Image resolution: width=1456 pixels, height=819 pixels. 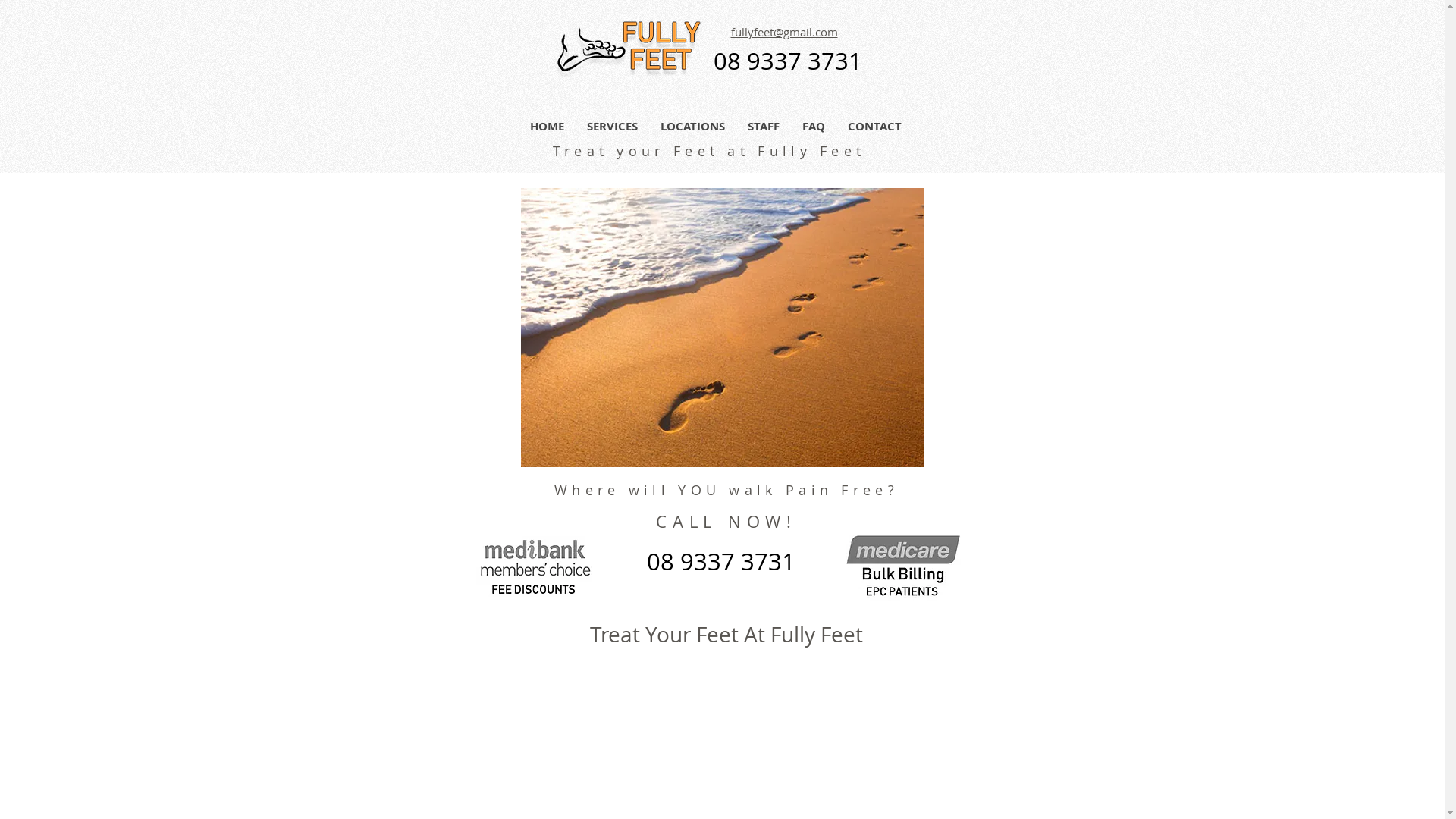 I want to click on '08 9337 3731', so click(x=786, y=63).